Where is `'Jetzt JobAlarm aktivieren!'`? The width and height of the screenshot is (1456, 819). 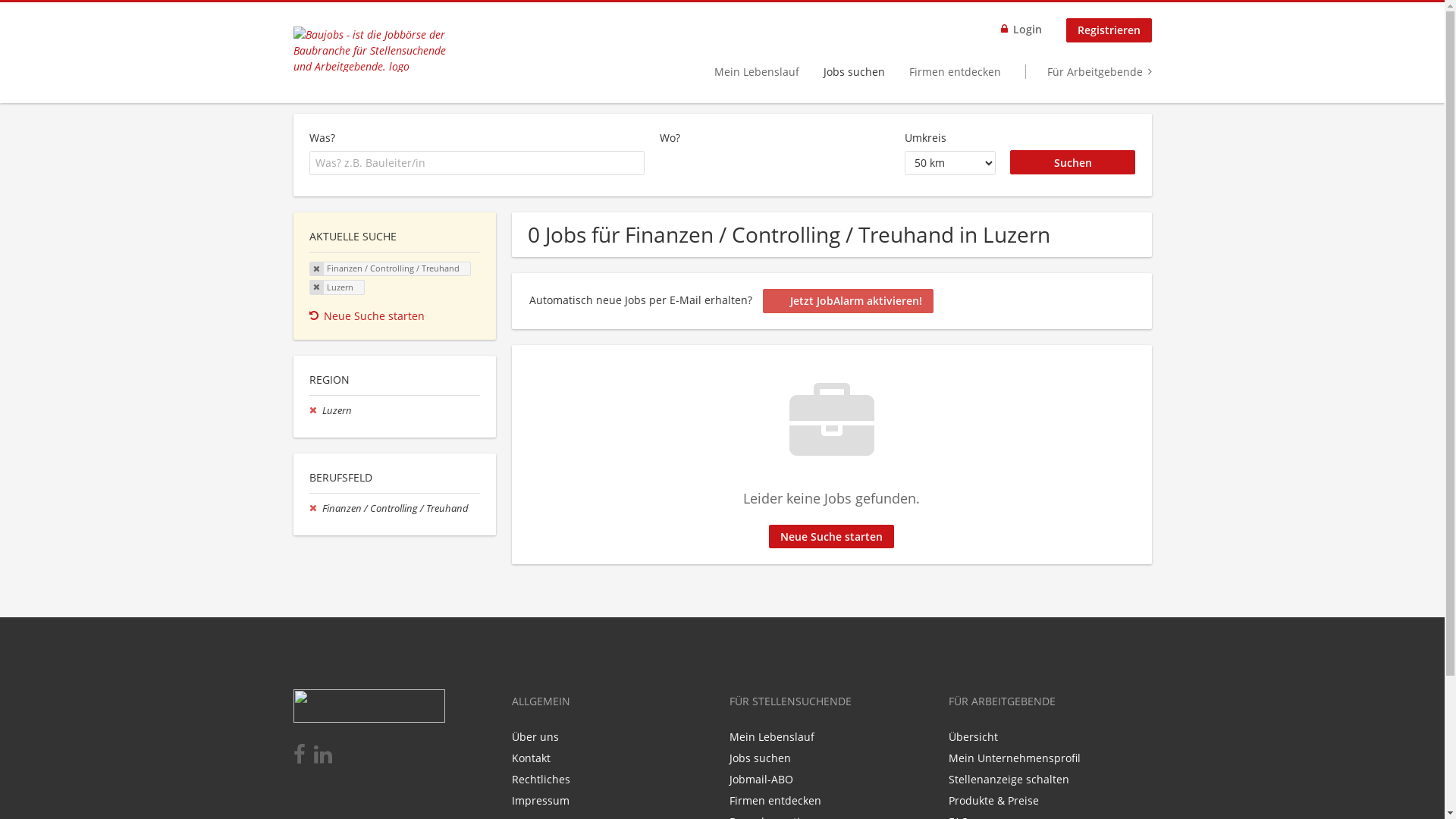 'Jetzt JobAlarm aktivieren!' is located at coordinates (847, 301).